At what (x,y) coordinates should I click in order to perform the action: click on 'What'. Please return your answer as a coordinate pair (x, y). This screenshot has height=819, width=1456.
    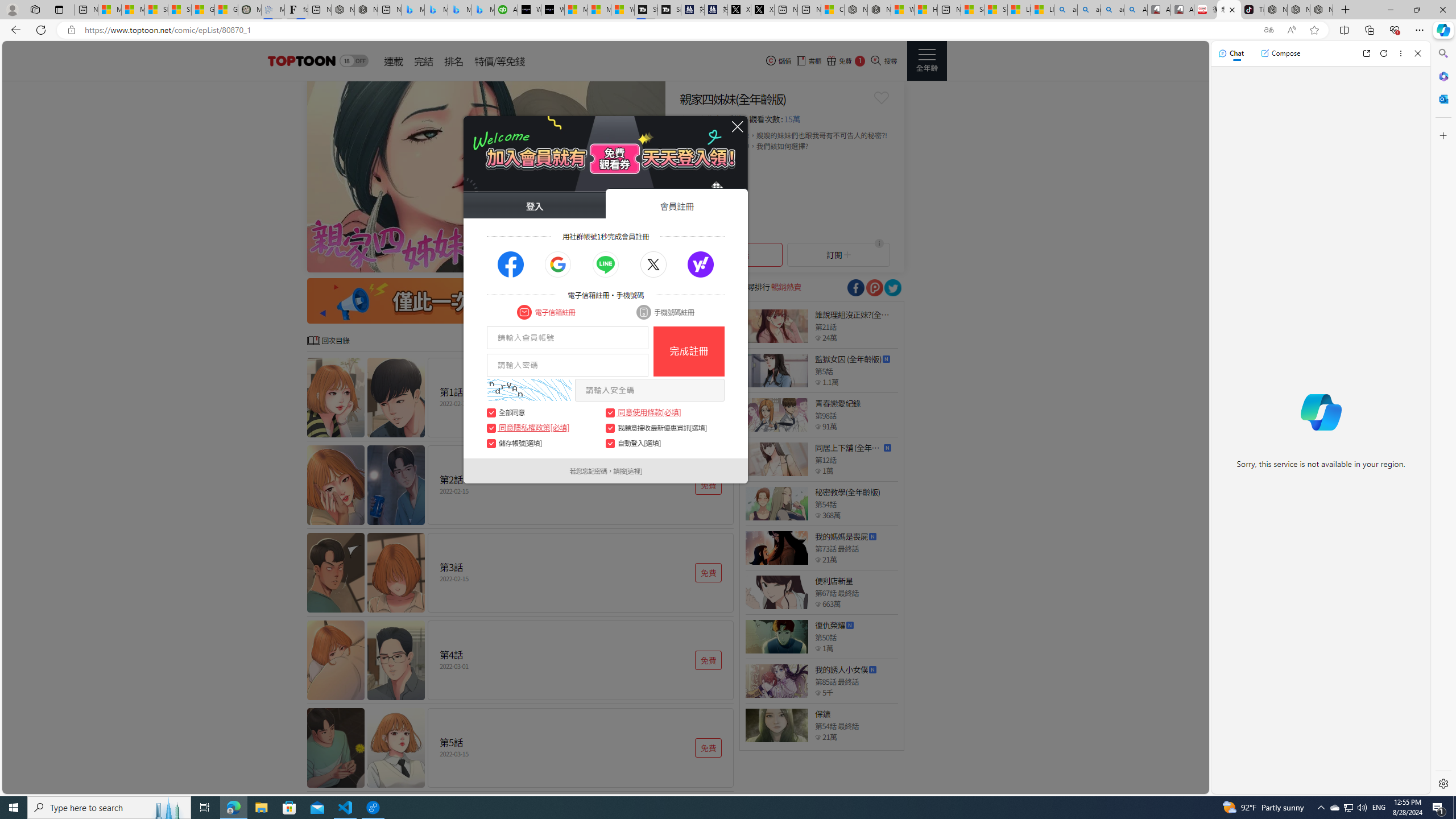
    Looking at the image, I should click on (552, 9).